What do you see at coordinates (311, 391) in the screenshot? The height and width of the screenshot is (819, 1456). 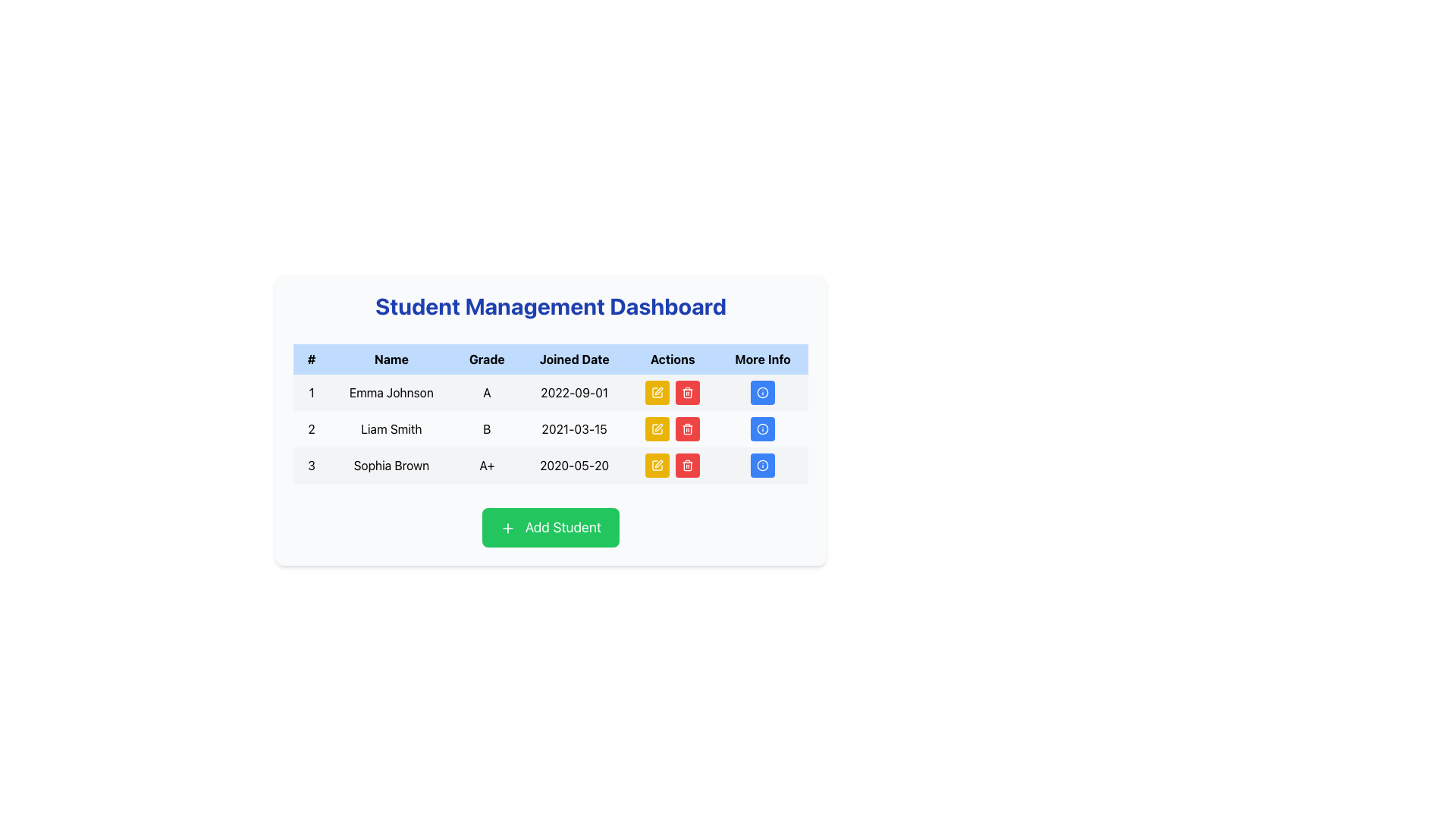 I see `numeric label displaying the text '1' located in the first cell of the first row of the data table, adjacent to the cell containing 'Emma Johnson'` at bounding box center [311, 391].